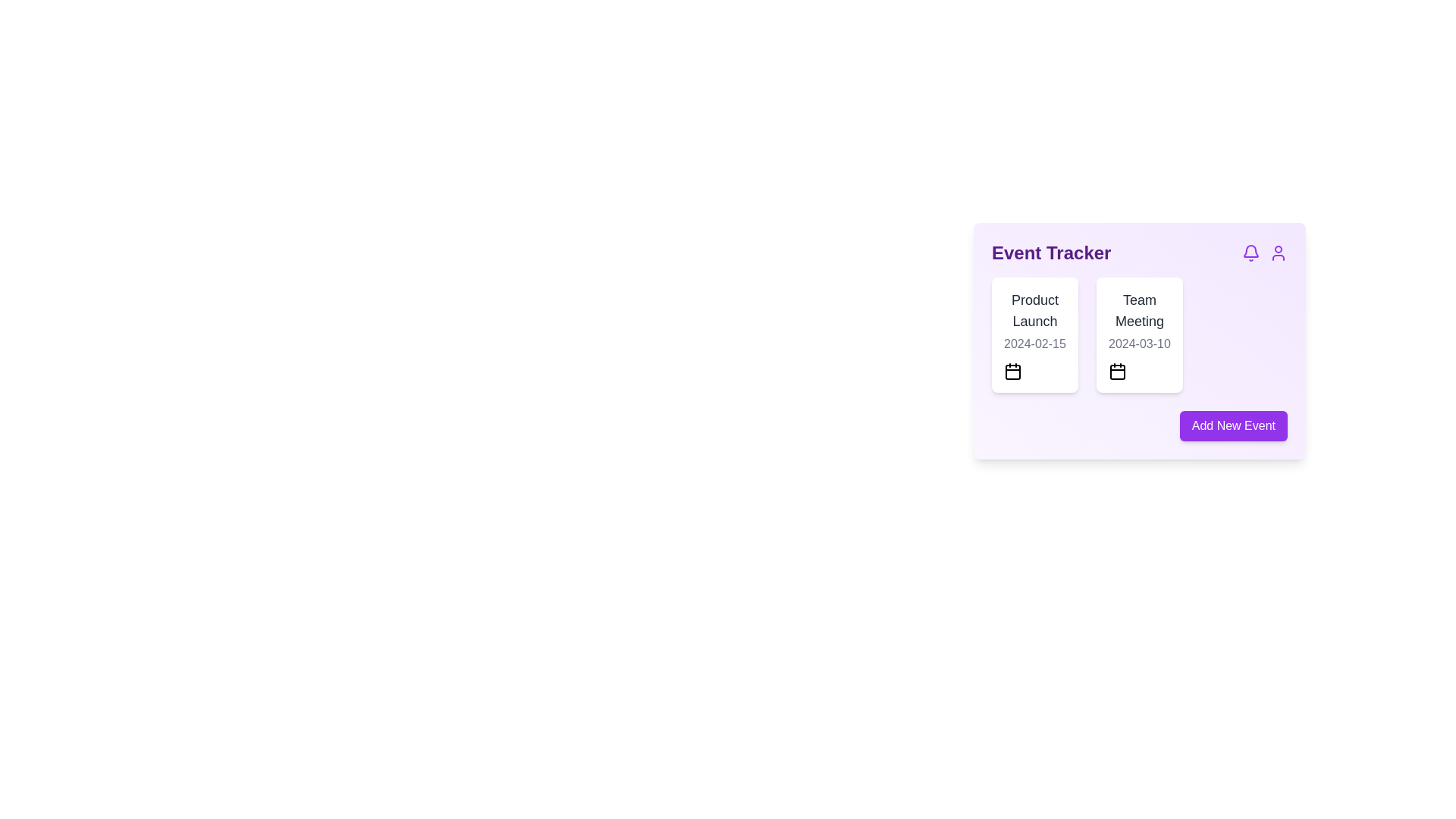 The height and width of the screenshot is (819, 1456). I want to click on text from the 'Team Meeting' label, which is prominently displayed in dark grey at the top of the card in the 'Event Tracker' section, so click(1139, 309).